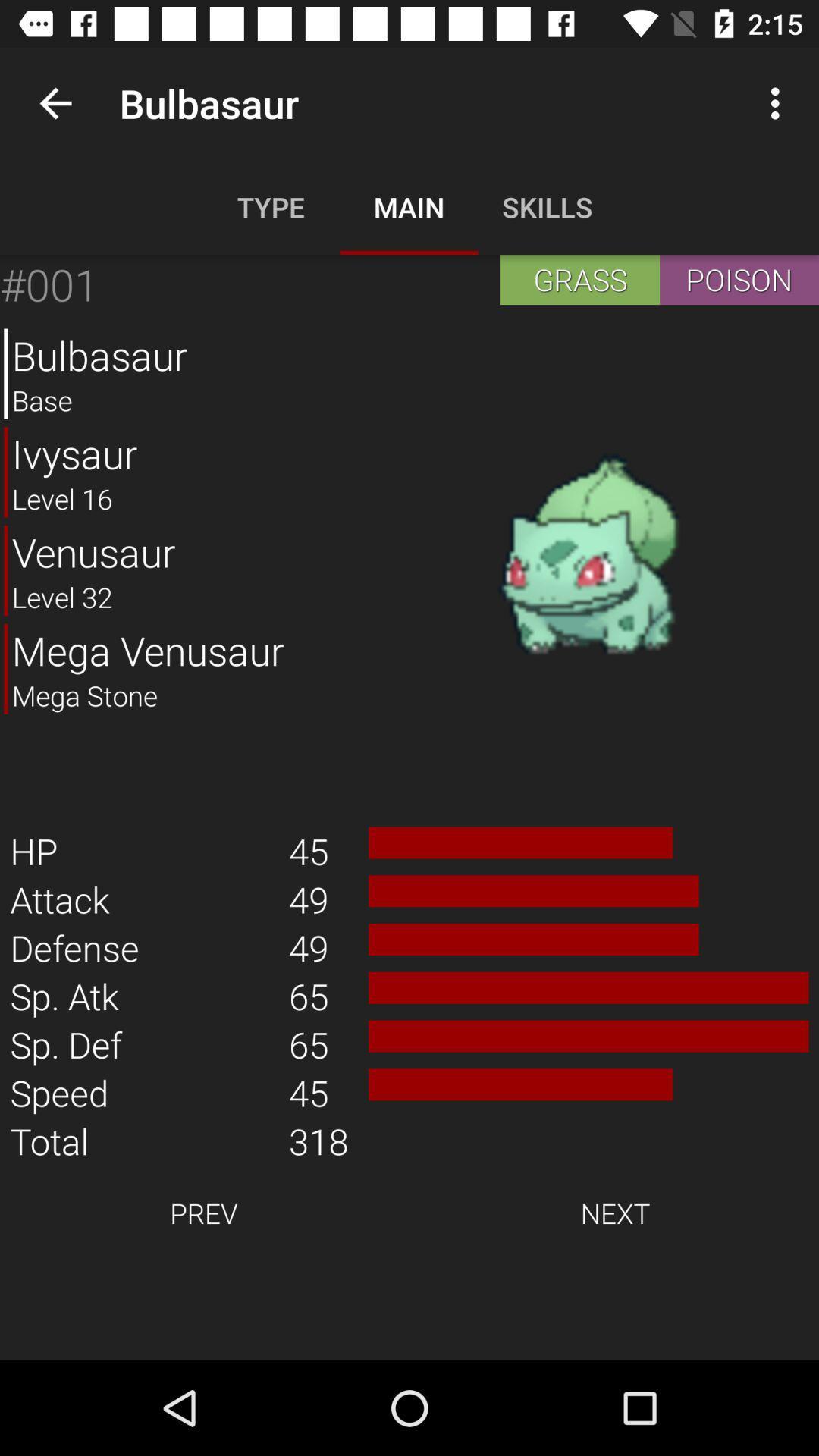  Describe the element at coordinates (588, 555) in the screenshot. I see `icon above the 45 item` at that location.